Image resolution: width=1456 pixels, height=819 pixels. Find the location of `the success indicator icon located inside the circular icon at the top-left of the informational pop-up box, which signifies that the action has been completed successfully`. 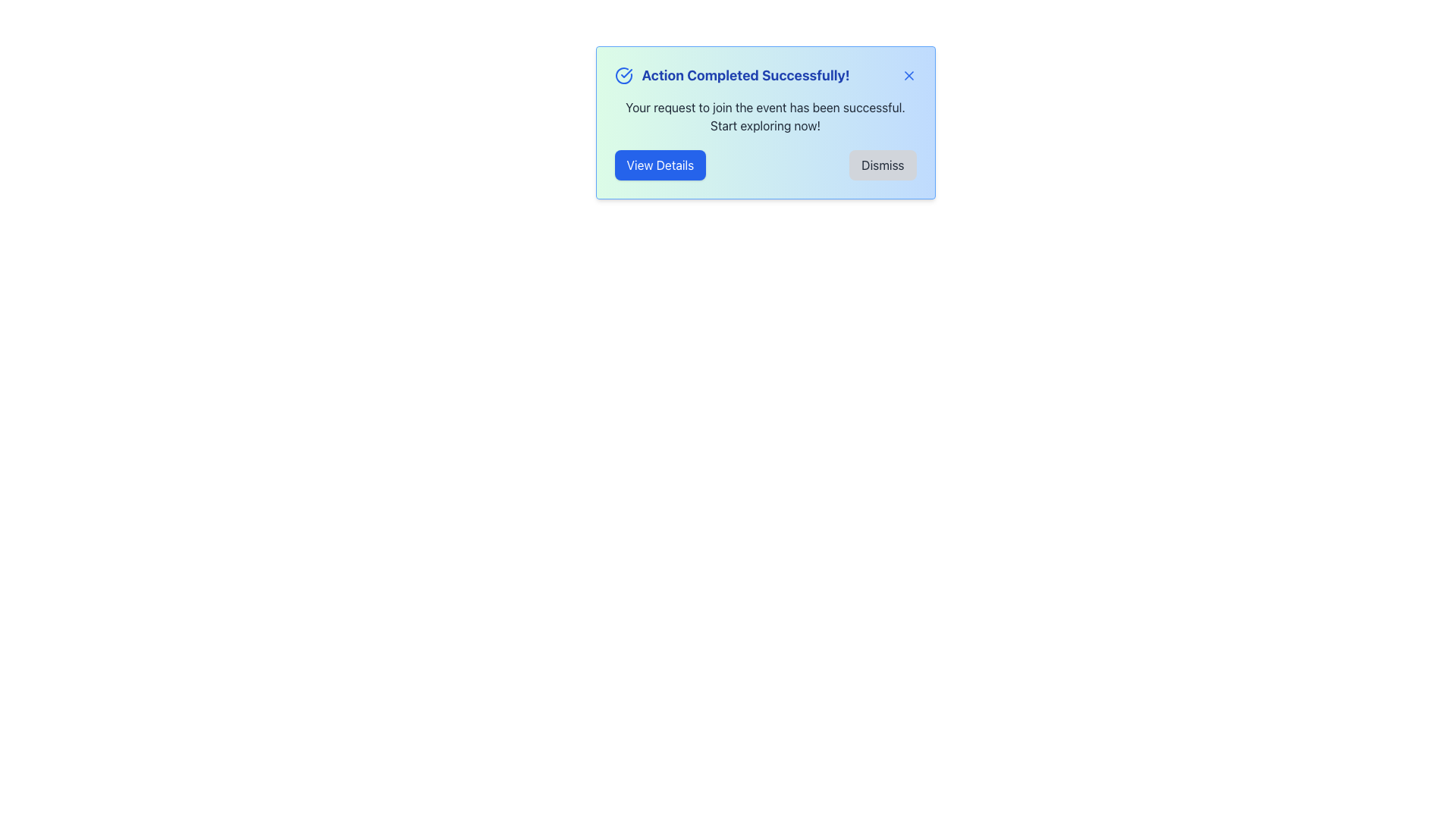

the success indicator icon located inside the circular icon at the top-left of the informational pop-up box, which signifies that the action has been completed successfully is located at coordinates (626, 73).